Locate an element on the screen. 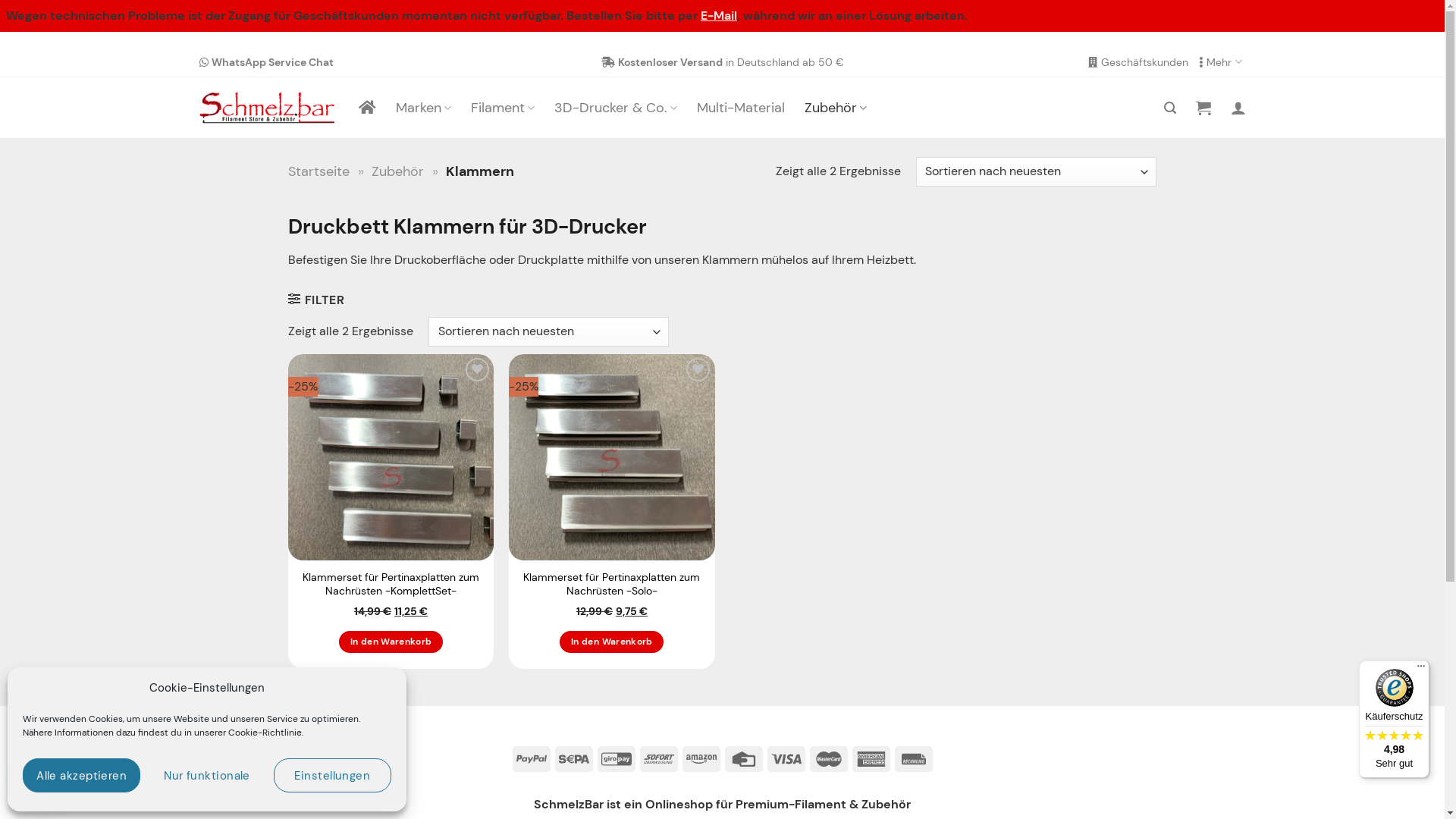 This screenshot has height=819, width=1456. 'E-Mail' is located at coordinates (718, 15).